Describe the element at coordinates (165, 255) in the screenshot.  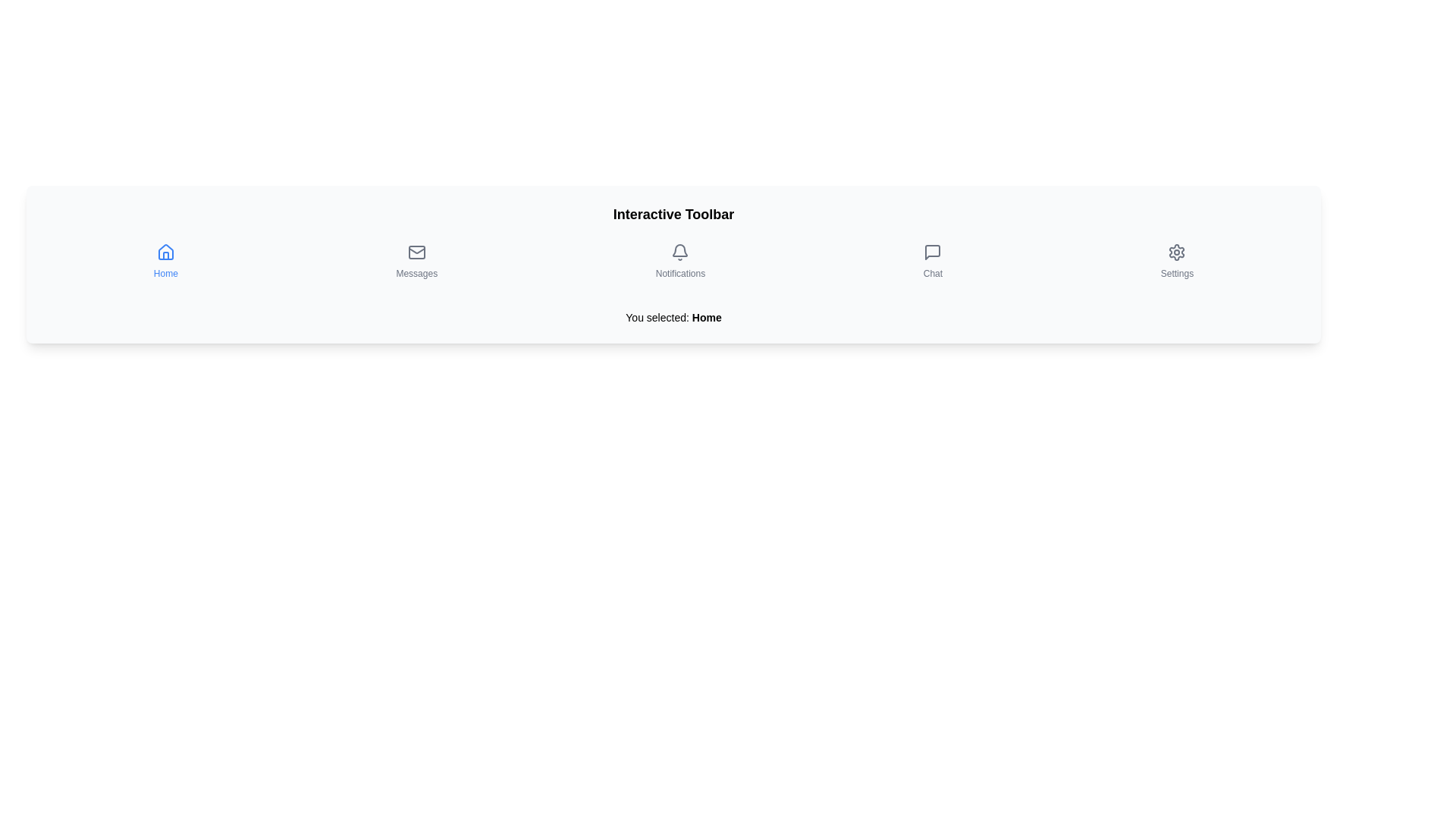
I see `the small rectangle graphical icon located at the bottom center of the house-shaped icon in the toolbar` at that location.